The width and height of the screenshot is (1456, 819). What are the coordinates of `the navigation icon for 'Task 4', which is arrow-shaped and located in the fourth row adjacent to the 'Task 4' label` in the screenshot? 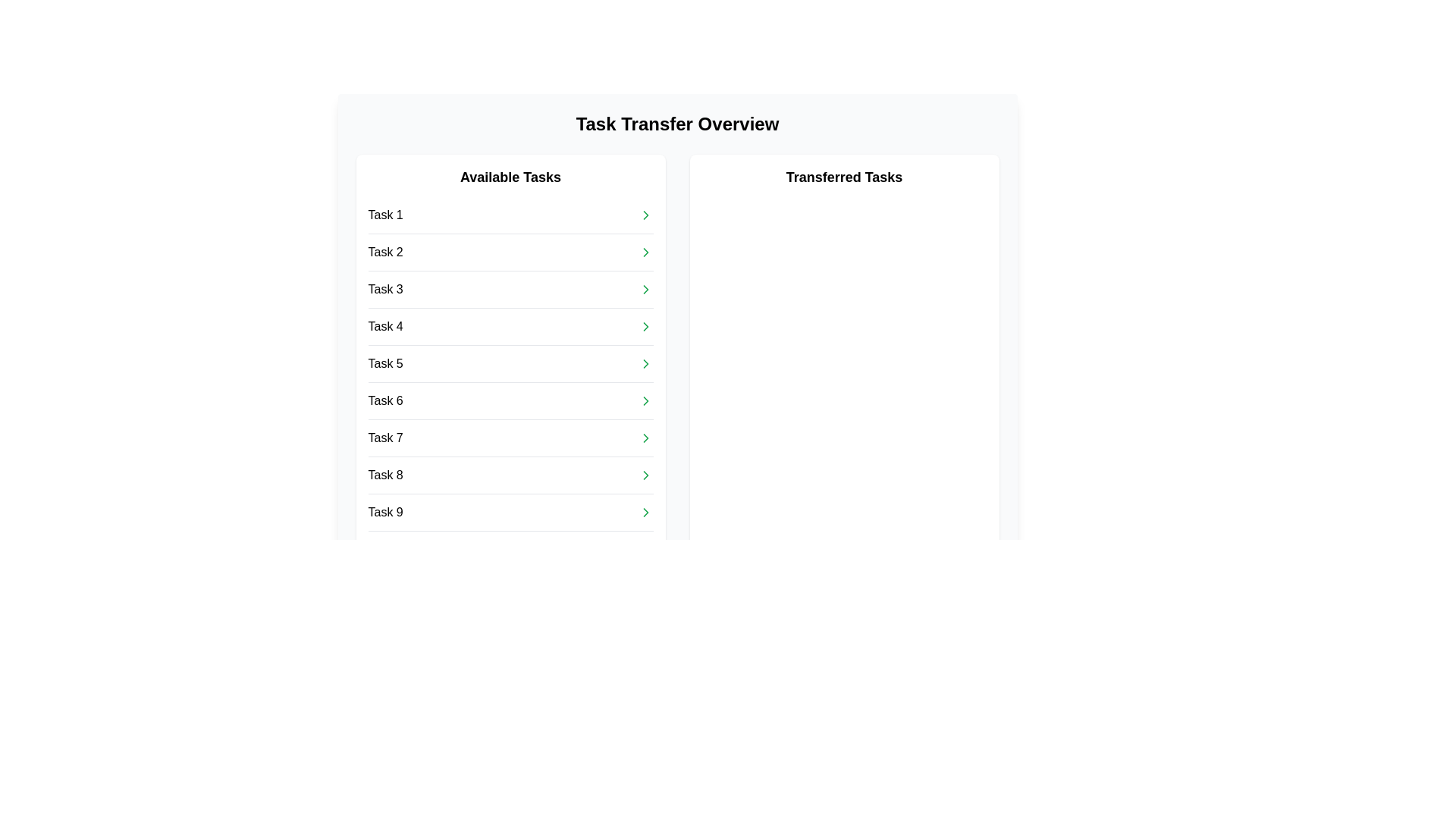 It's located at (645, 326).